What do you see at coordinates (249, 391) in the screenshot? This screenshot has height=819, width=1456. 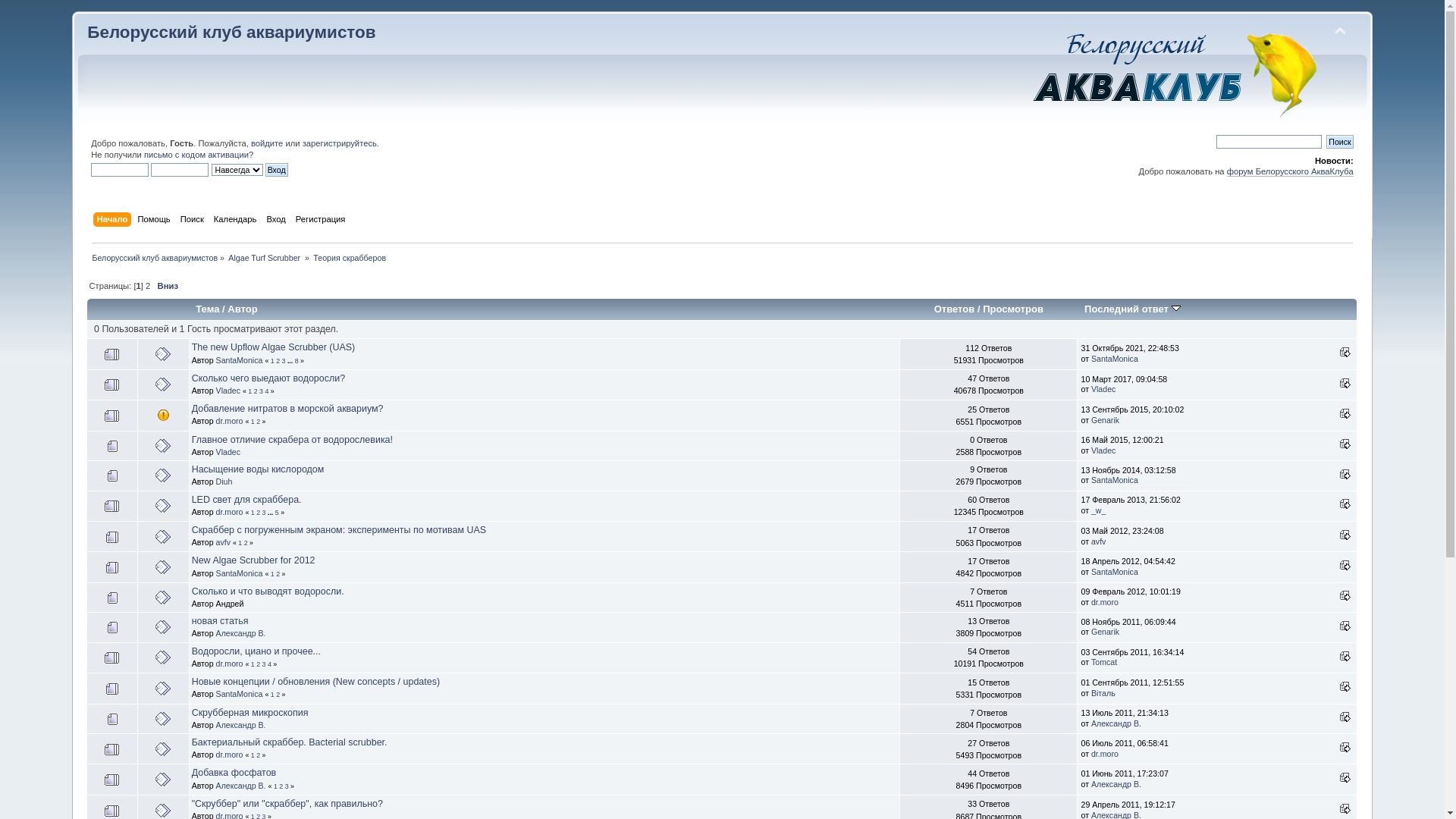 I see `'1'` at bounding box center [249, 391].